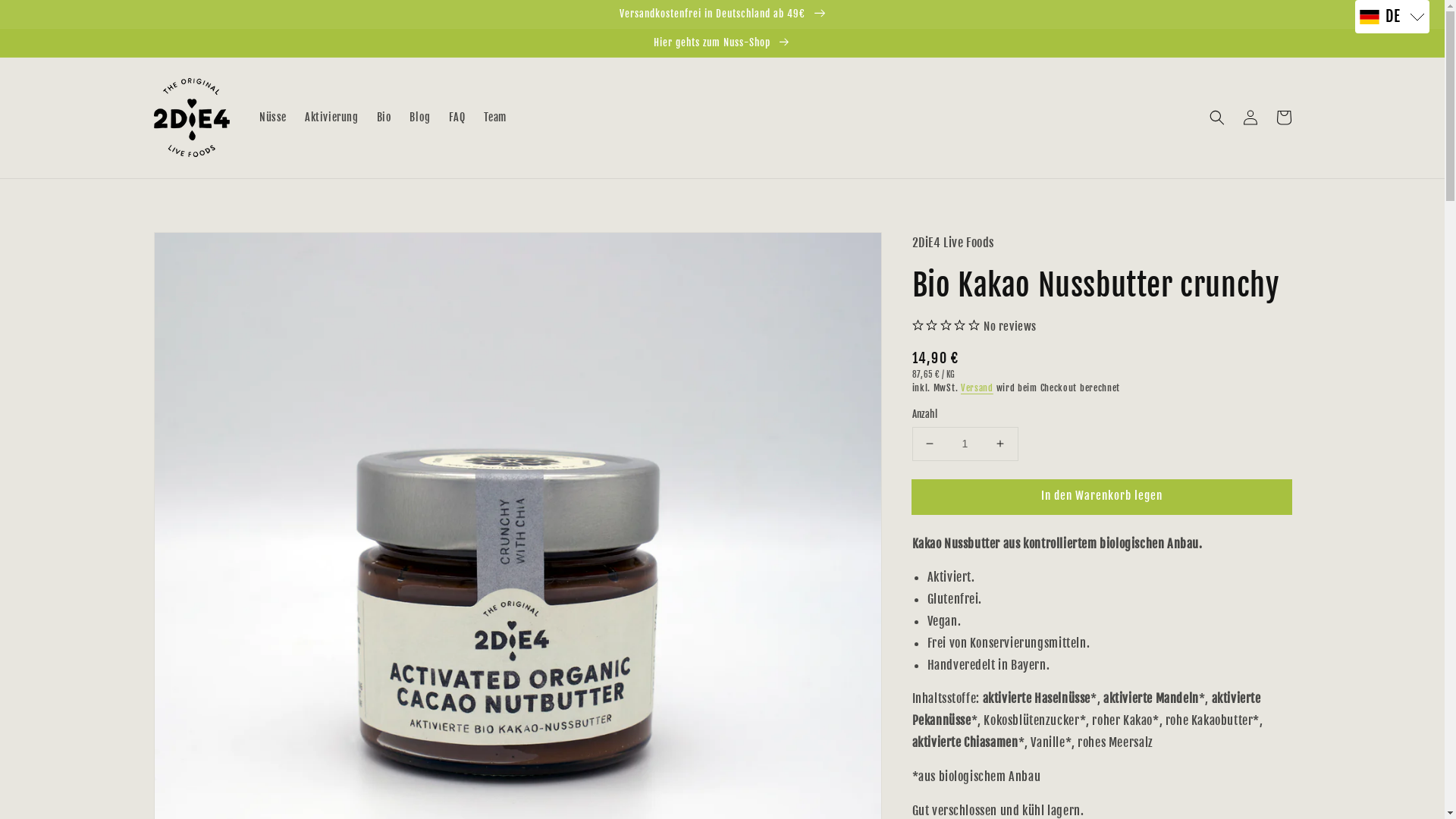 Image resolution: width=1456 pixels, height=819 pixels. Describe the element at coordinates (1392, 17) in the screenshot. I see `'DE'` at that location.